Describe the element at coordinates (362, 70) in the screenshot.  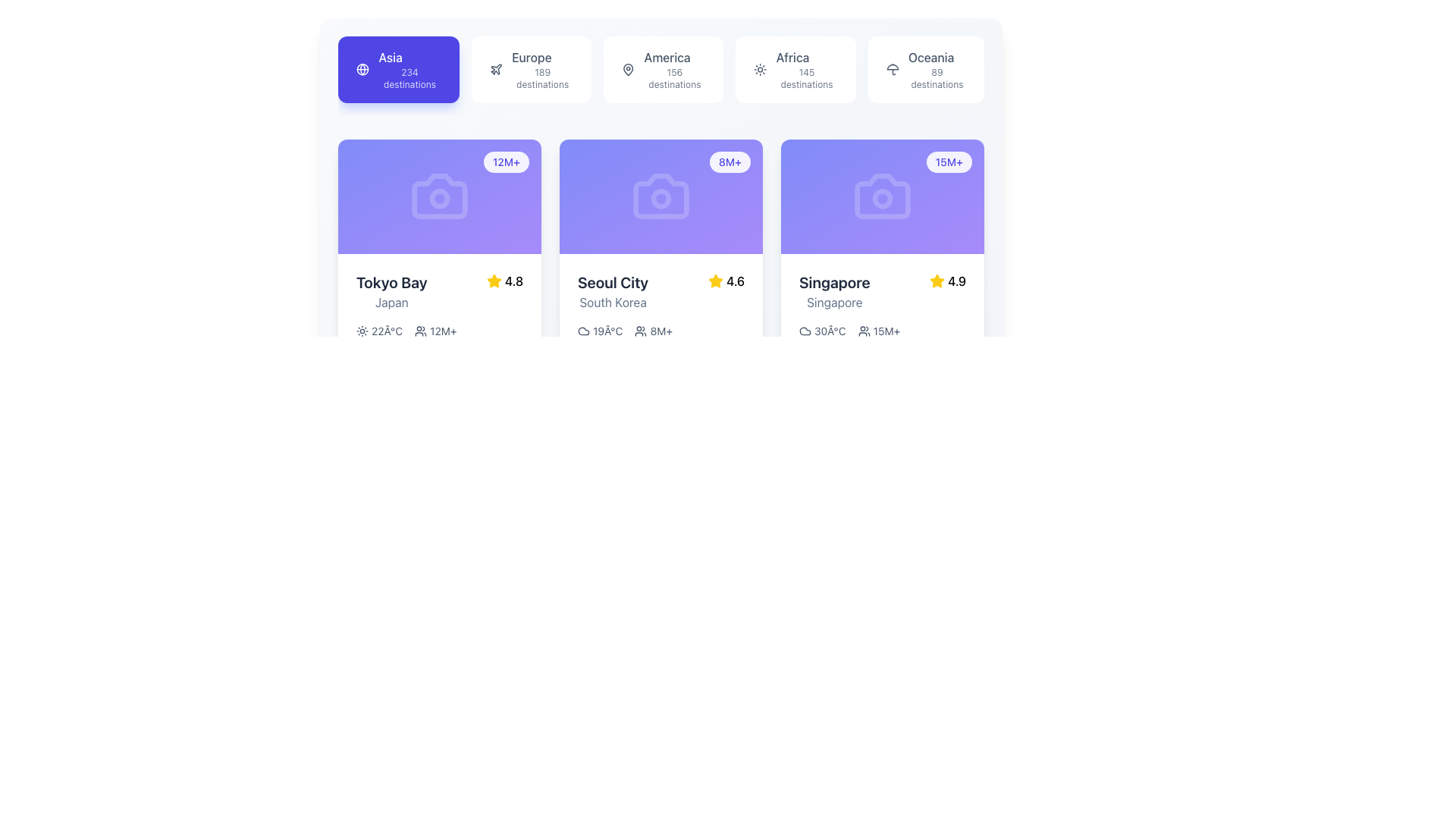
I see `the circular graphical element within the globe icon representing the 'Asia' destination card located in the top-left section of the interface` at that location.